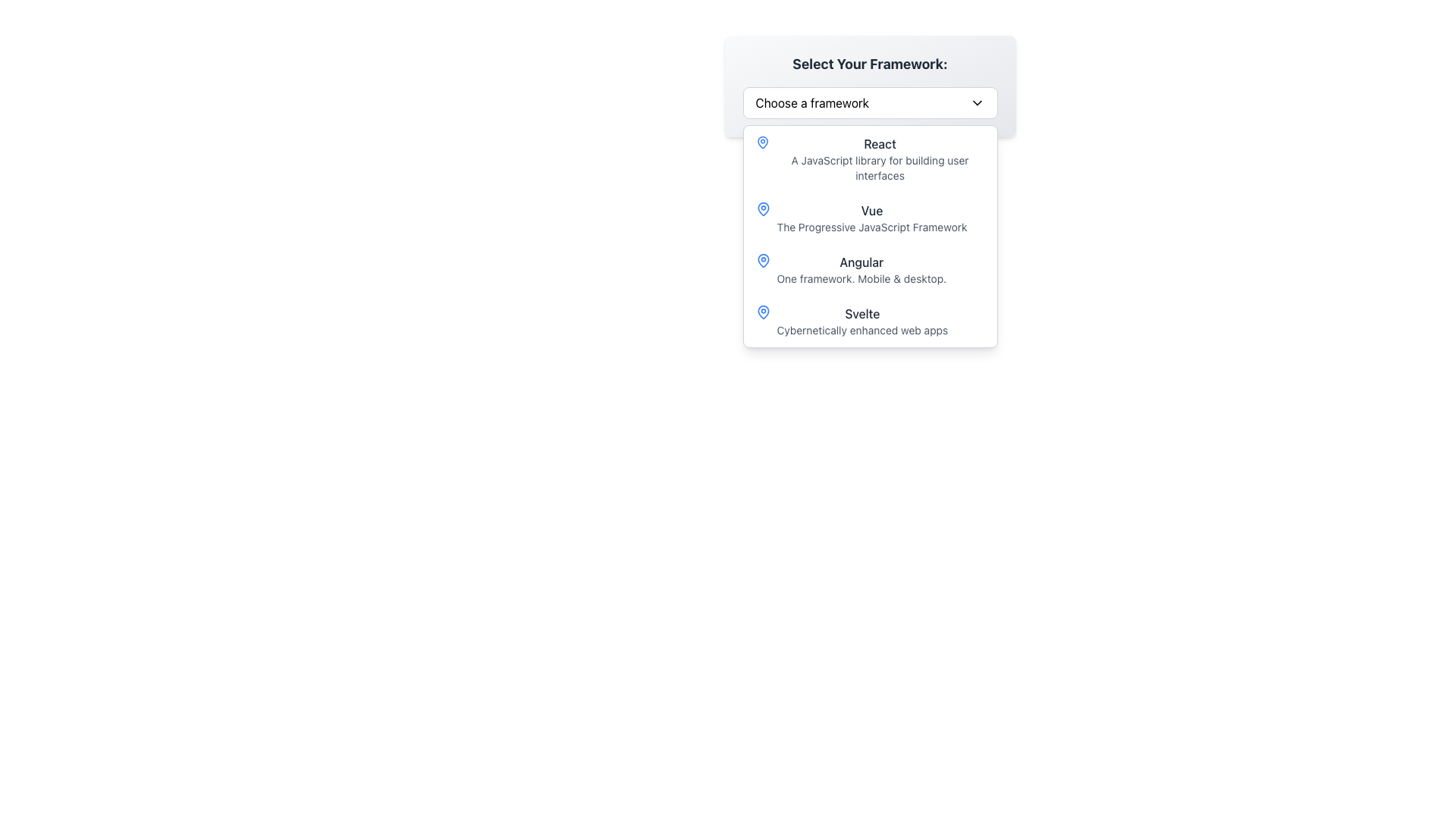  What do you see at coordinates (870, 218) in the screenshot?
I see `the second list item in the dropdown menu, which is positioned between 'React' and 'Angular'` at bounding box center [870, 218].